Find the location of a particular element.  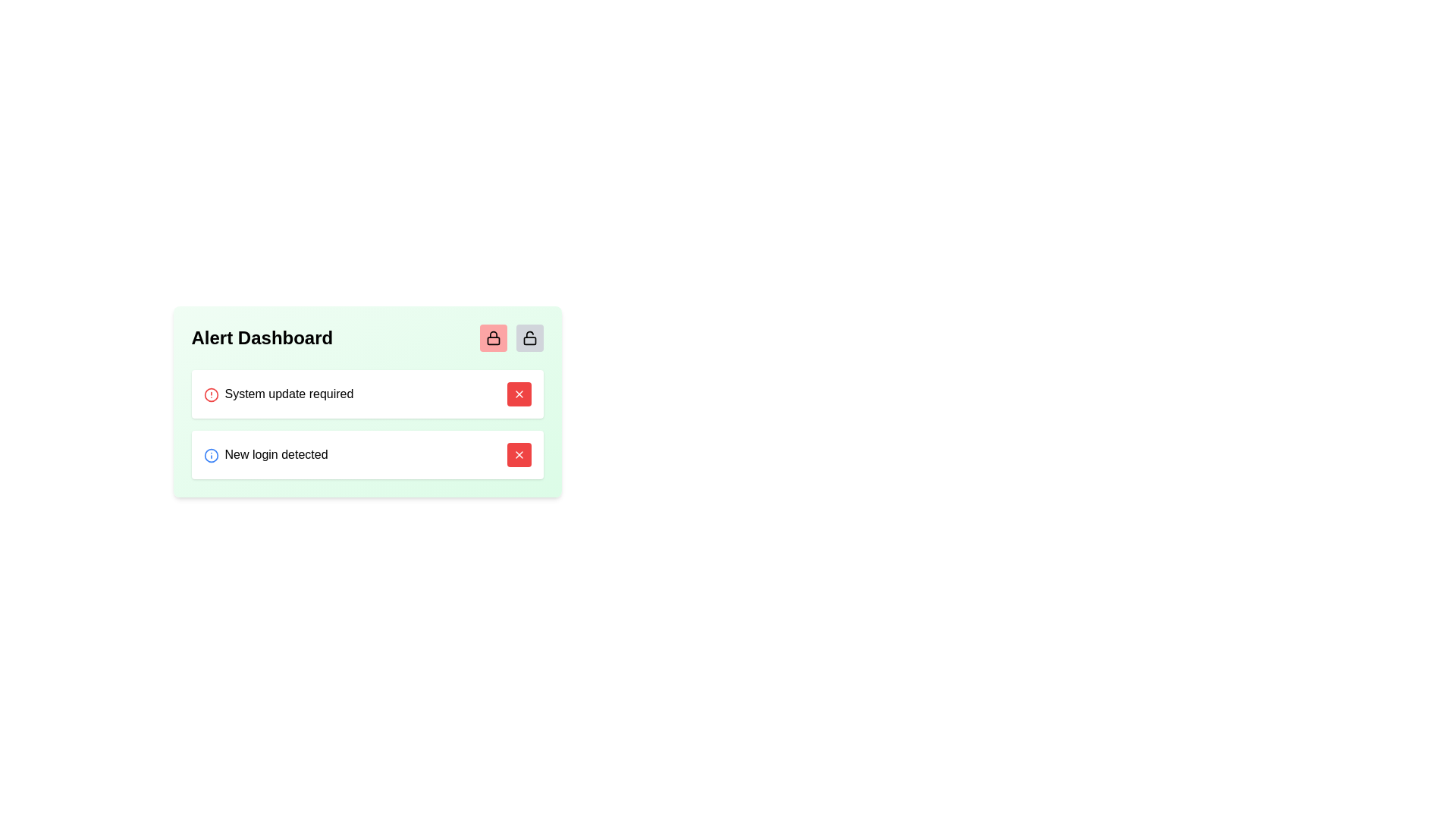

the body of the unlocked padlock icon located in the bottom section of the padlock icon on the green card layout next to the 'Alert Dashboard' title is located at coordinates (529, 340).